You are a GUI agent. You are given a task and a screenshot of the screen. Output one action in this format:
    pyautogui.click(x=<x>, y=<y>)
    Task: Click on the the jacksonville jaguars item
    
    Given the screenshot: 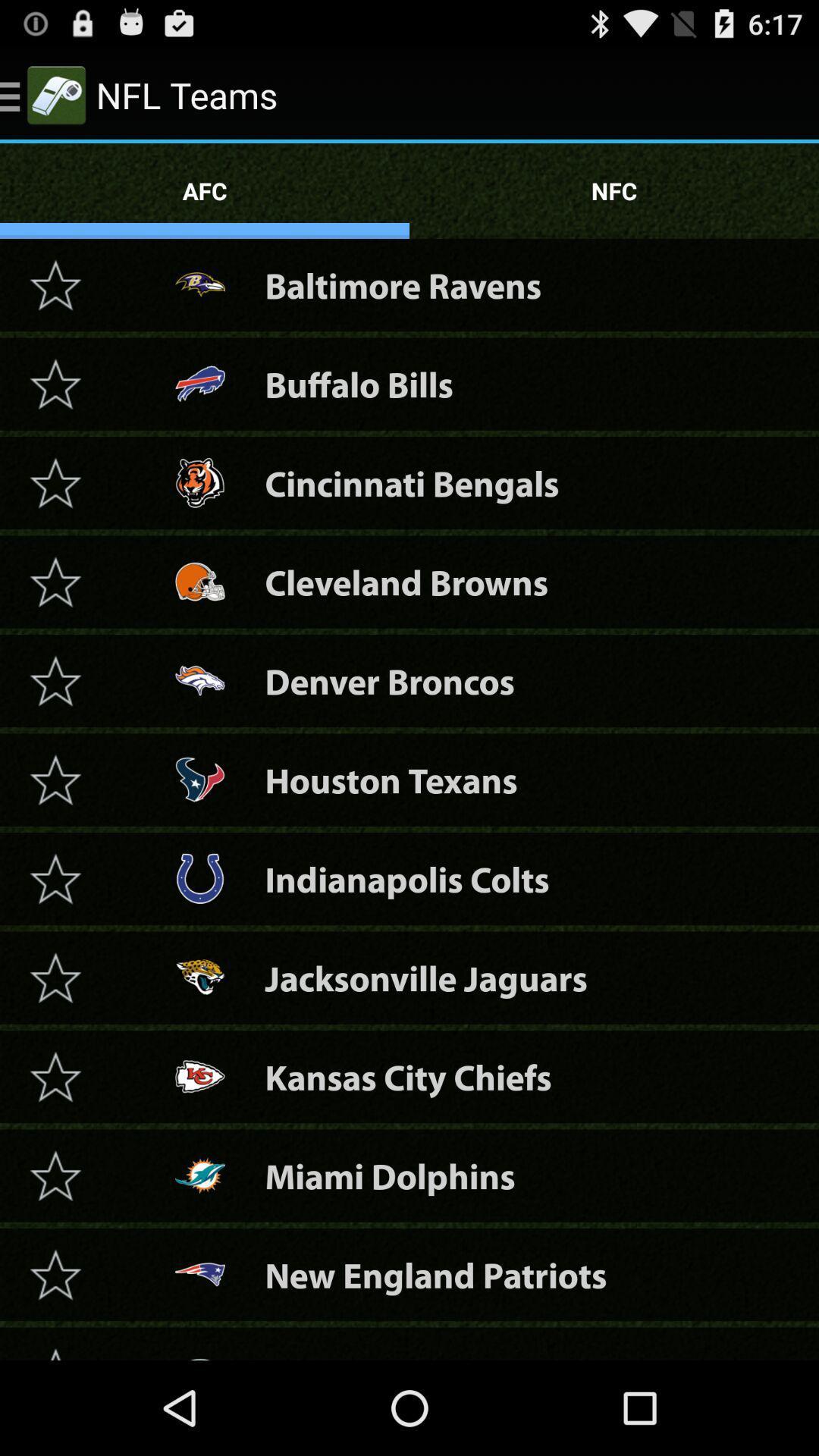 What is the action you would take?
    pyautogui.click(x=426, y=977)
    